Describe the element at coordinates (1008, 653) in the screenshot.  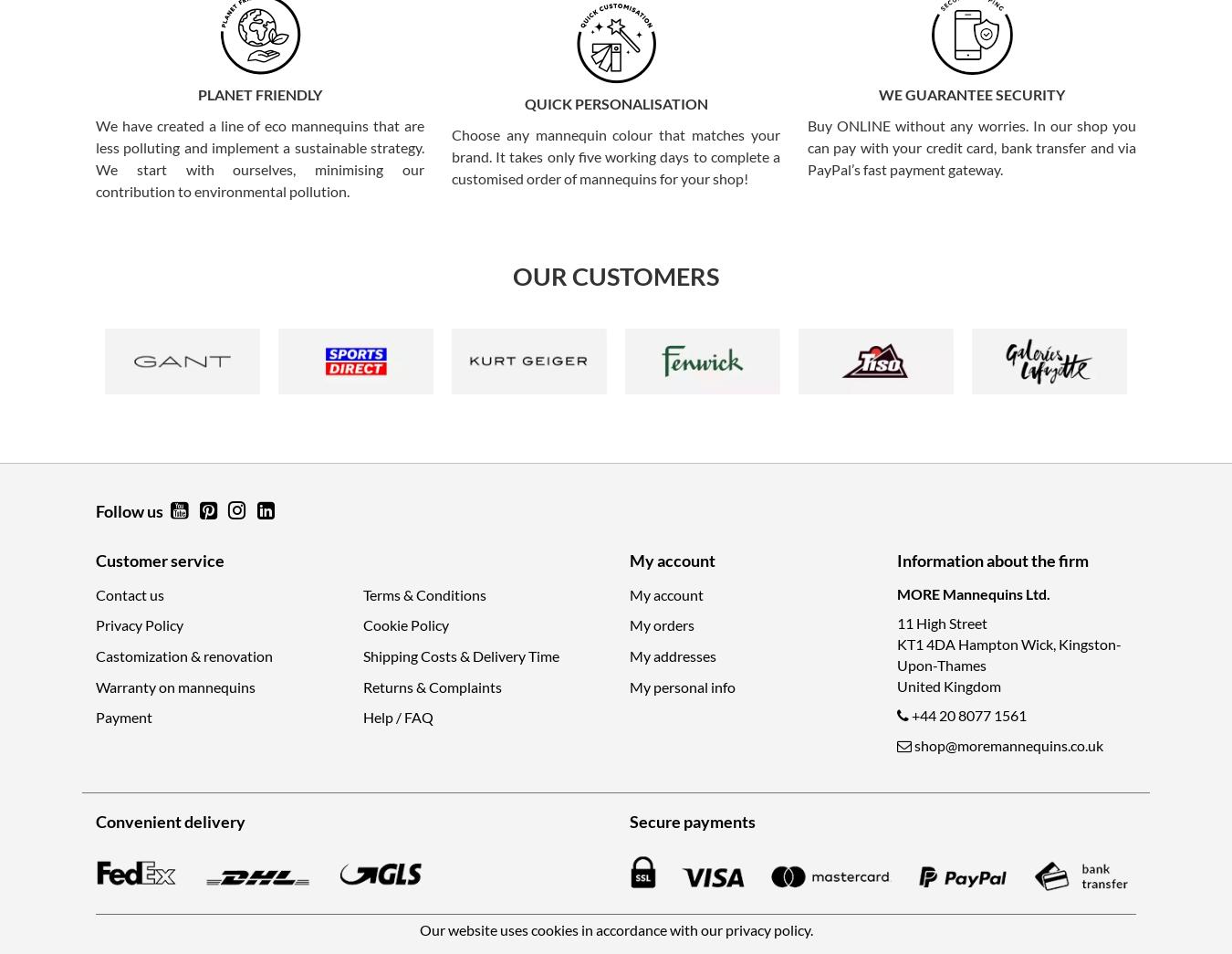
I see `'KT1 4DA Hampton Wick, Kingston-Upon-Thames'` at that location.